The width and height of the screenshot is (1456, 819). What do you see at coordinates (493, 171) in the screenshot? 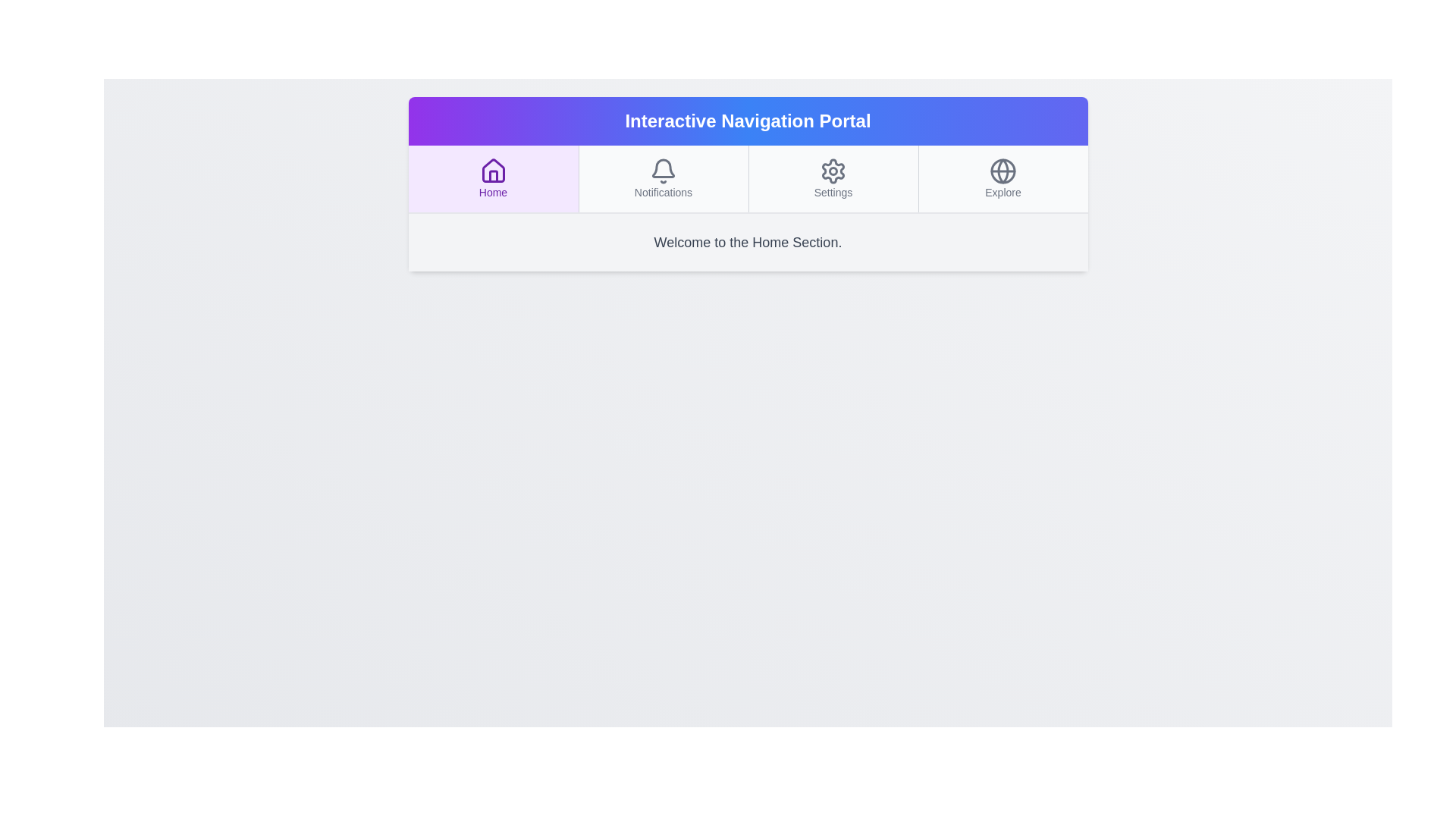
I see `the 'Home' icon in the navigation bar` at bounding box center [493, 171].